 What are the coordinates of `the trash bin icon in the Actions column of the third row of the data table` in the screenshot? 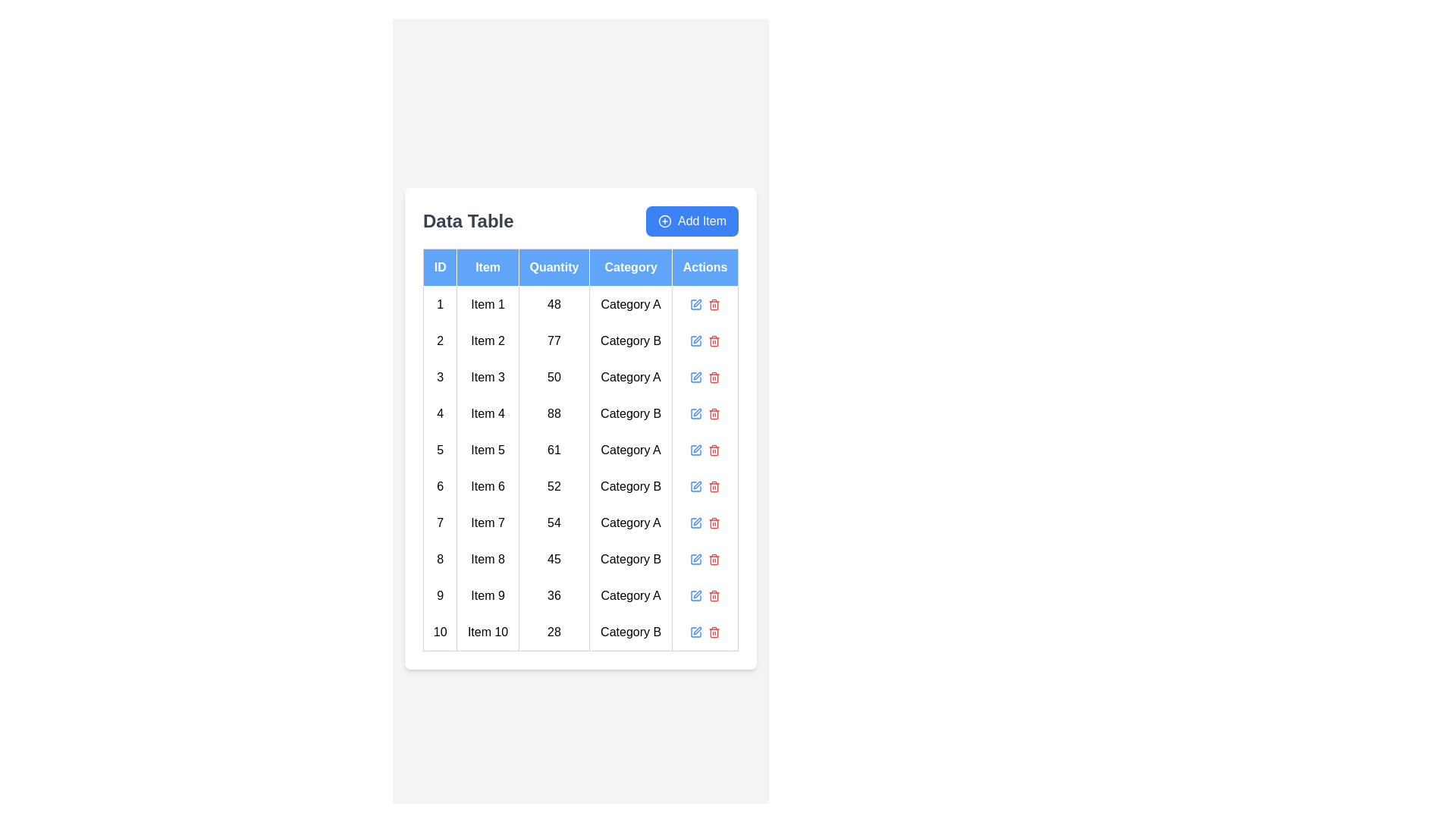 It's located at (704, 376).